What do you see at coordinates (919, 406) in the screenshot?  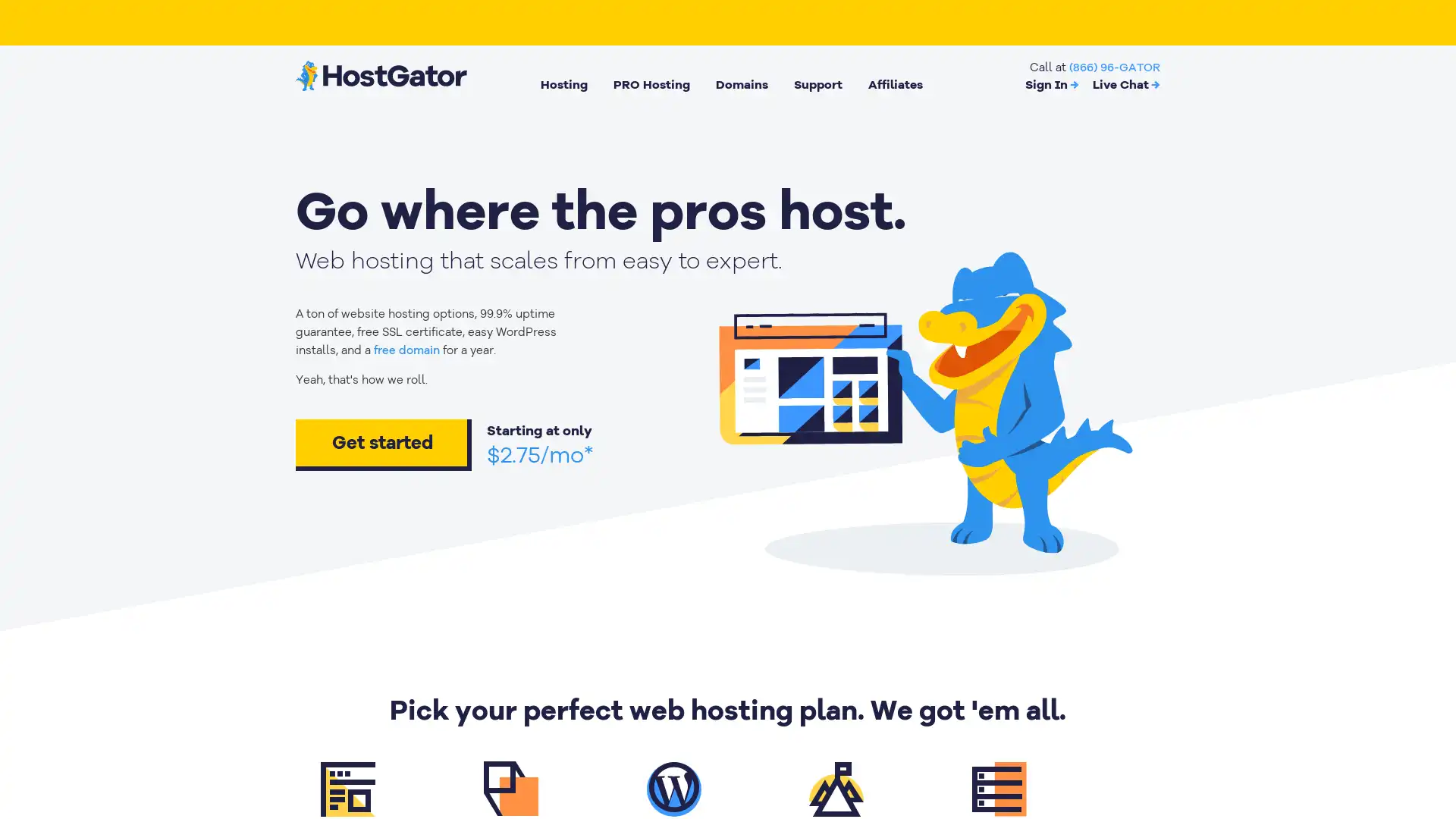 I see `animation` at bounding box center [919, 406].